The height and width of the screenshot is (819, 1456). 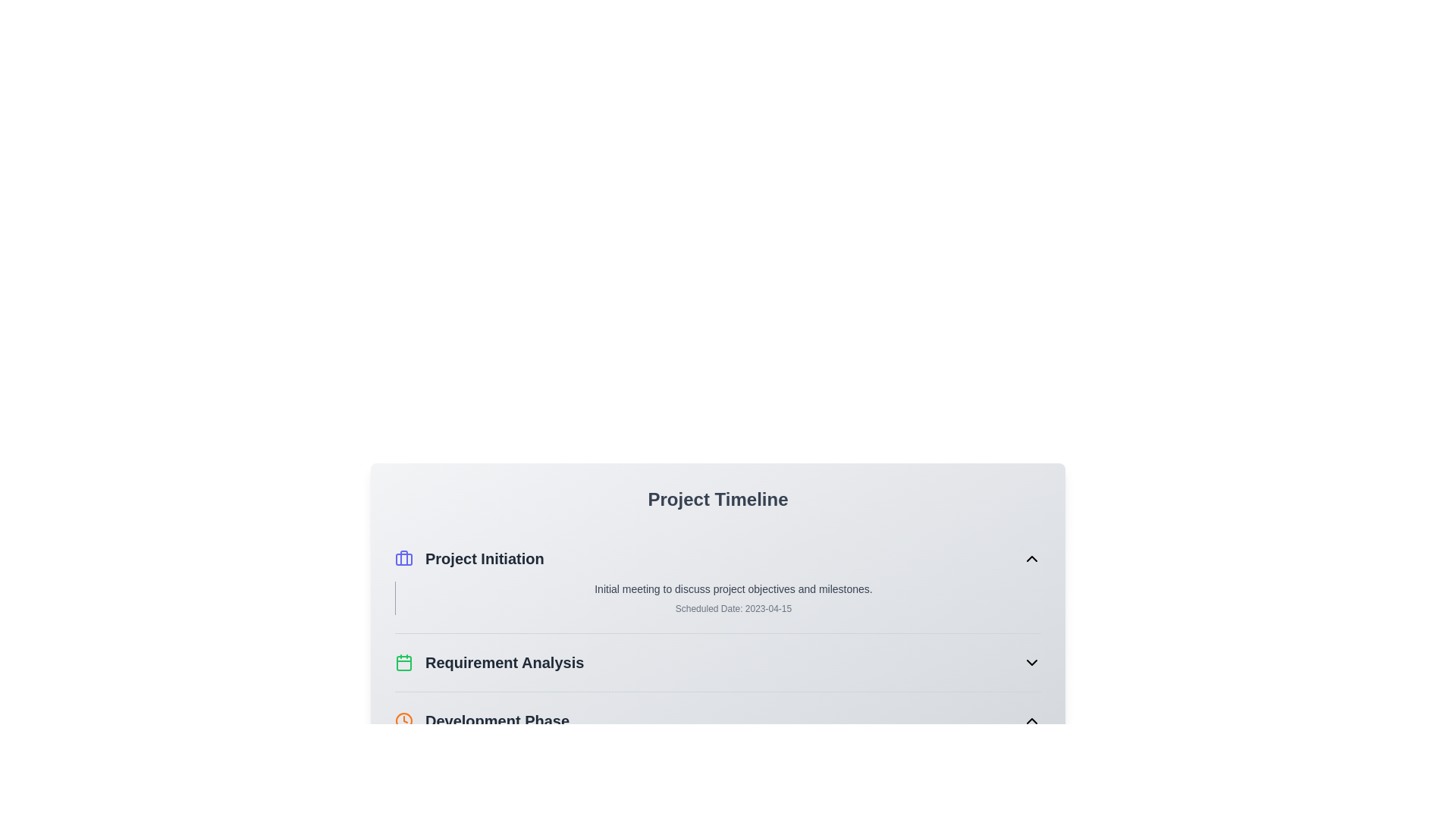 I want to click on the label with an icon at the top of the timeline section, so click(x=469, y=558).